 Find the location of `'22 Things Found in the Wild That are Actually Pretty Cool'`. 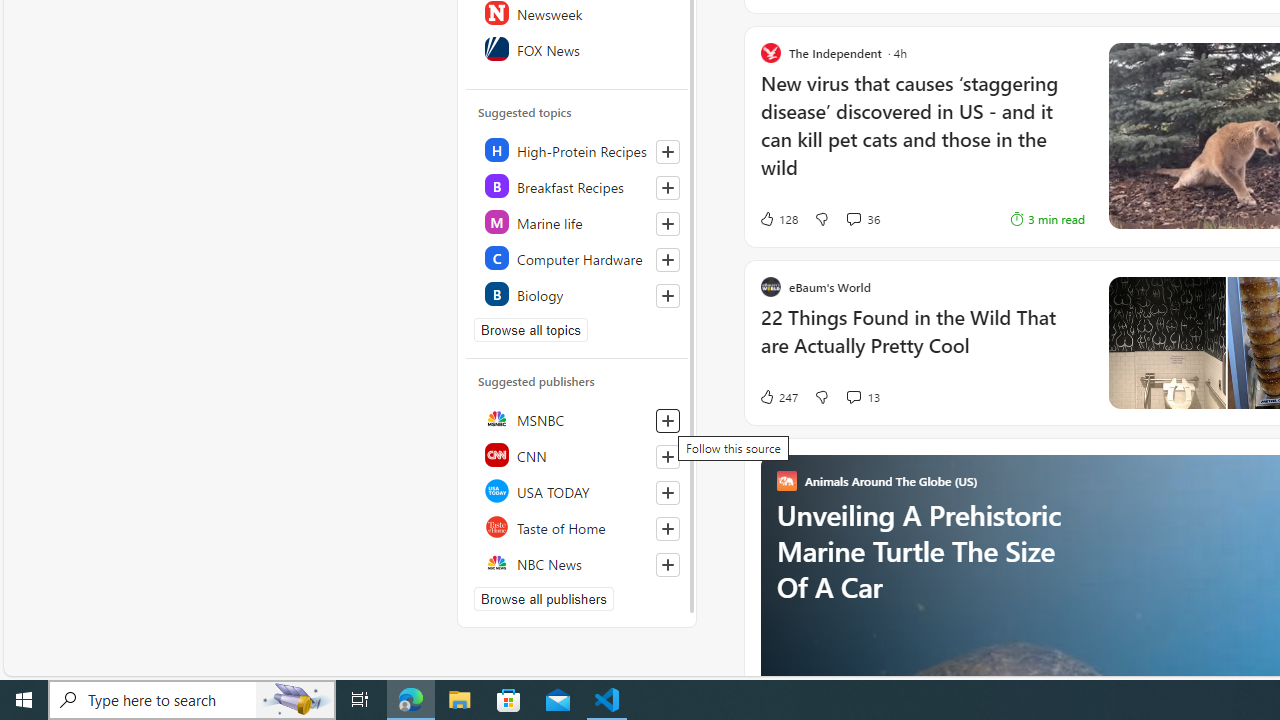

'22 Things Found in the Wild That are Actually Pretty Cool' is located at coordinates (921, 341).